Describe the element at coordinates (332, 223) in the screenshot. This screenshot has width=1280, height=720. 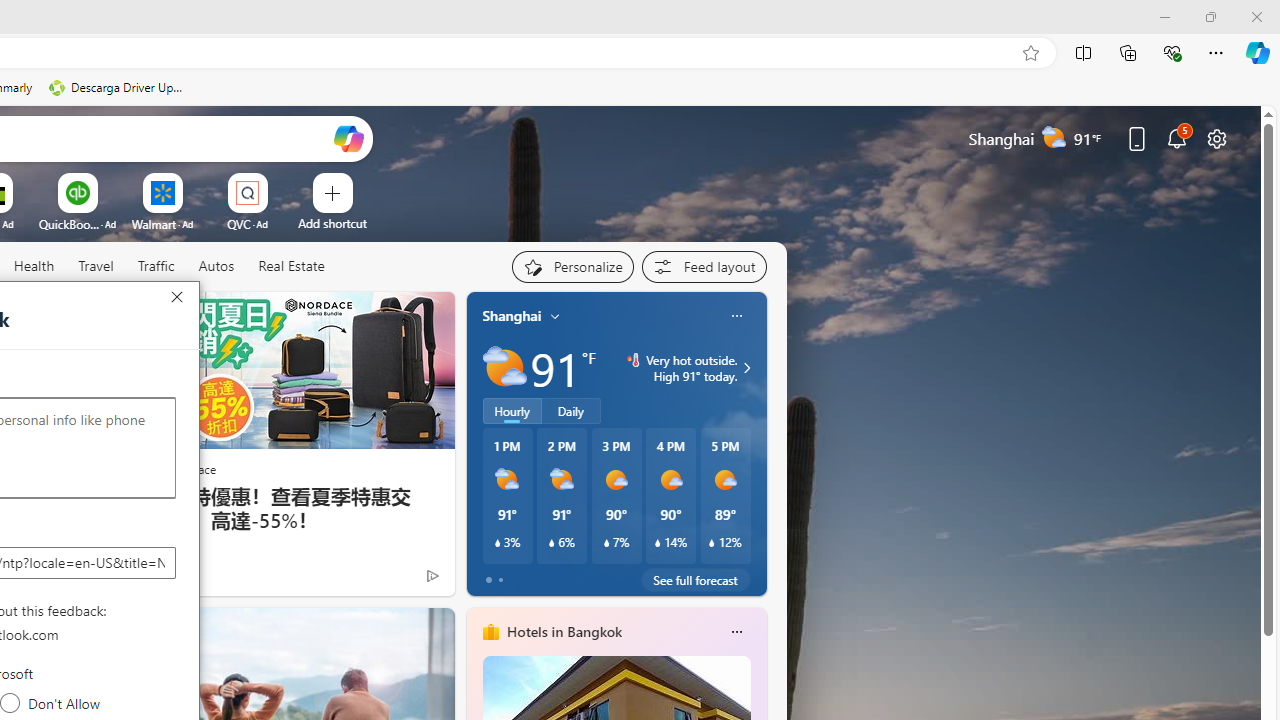
I see `'Add a site'` at that location.